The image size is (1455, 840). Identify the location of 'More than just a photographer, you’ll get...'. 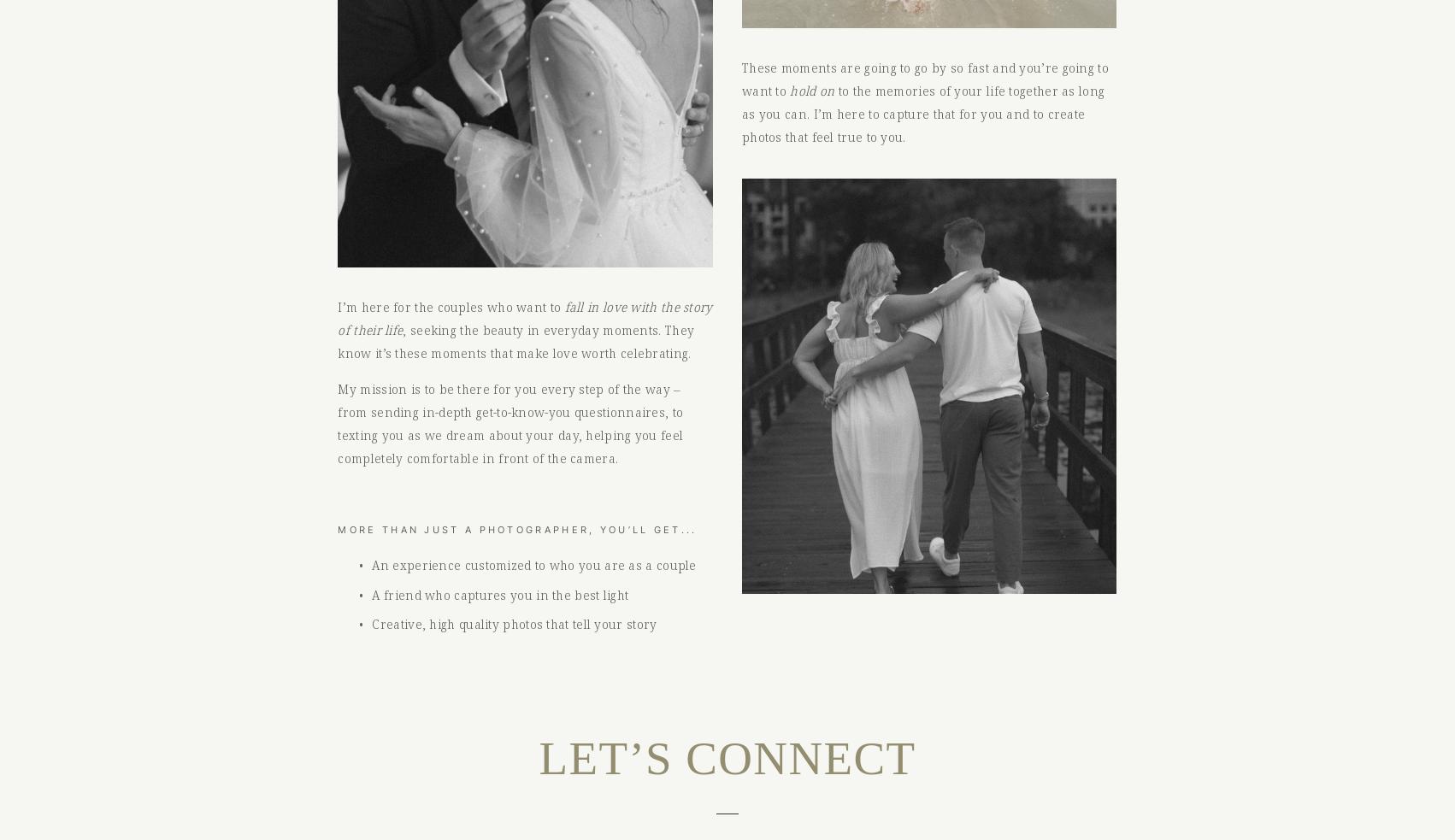
(517, 529).